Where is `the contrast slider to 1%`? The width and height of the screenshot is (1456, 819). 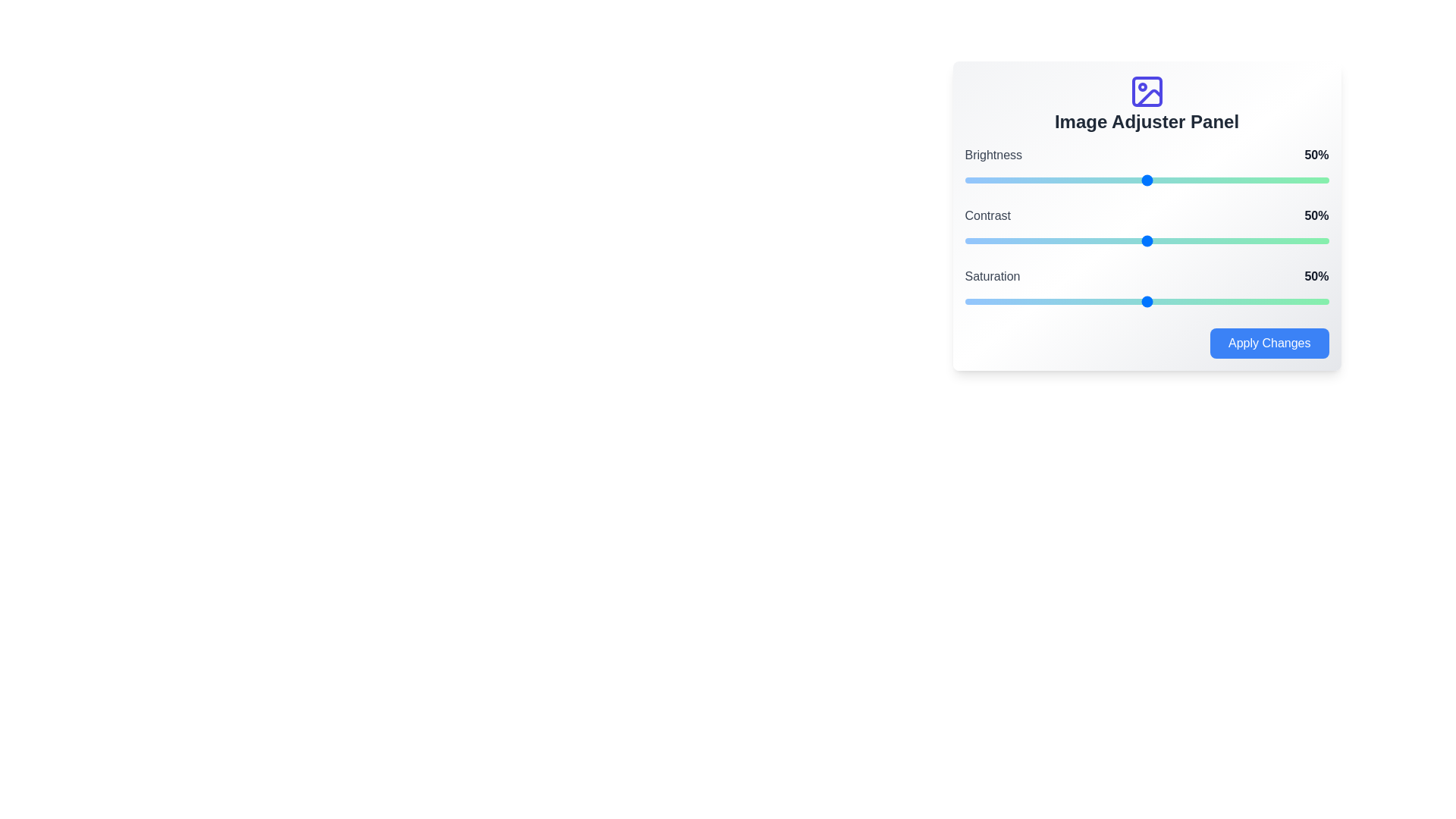 the contrast slider to 1% is located at coordinates (968, 240).